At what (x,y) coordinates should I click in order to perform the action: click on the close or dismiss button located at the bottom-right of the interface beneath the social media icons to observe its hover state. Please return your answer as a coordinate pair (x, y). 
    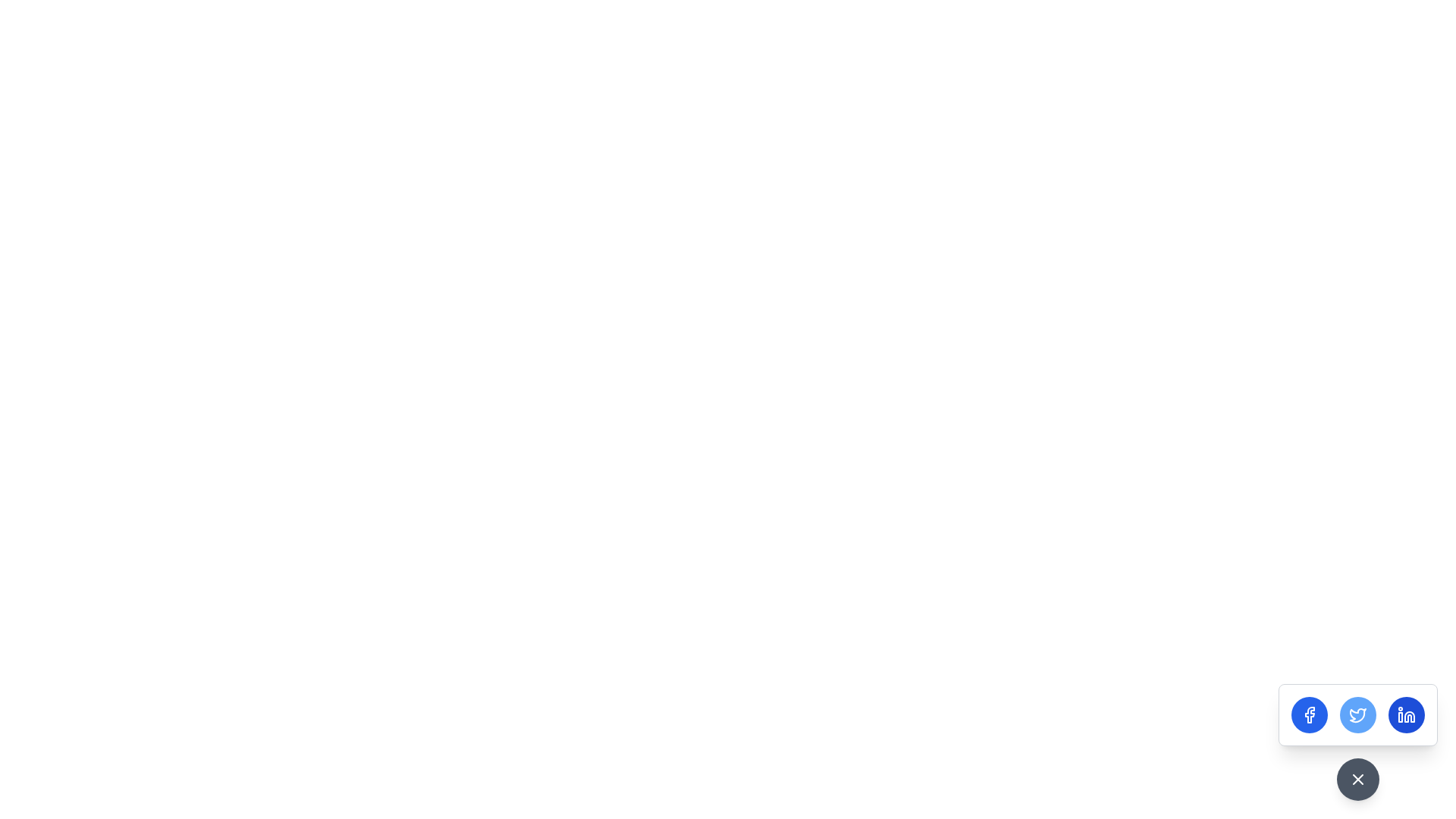
    Looking at the image, I should click on (1357, 780).